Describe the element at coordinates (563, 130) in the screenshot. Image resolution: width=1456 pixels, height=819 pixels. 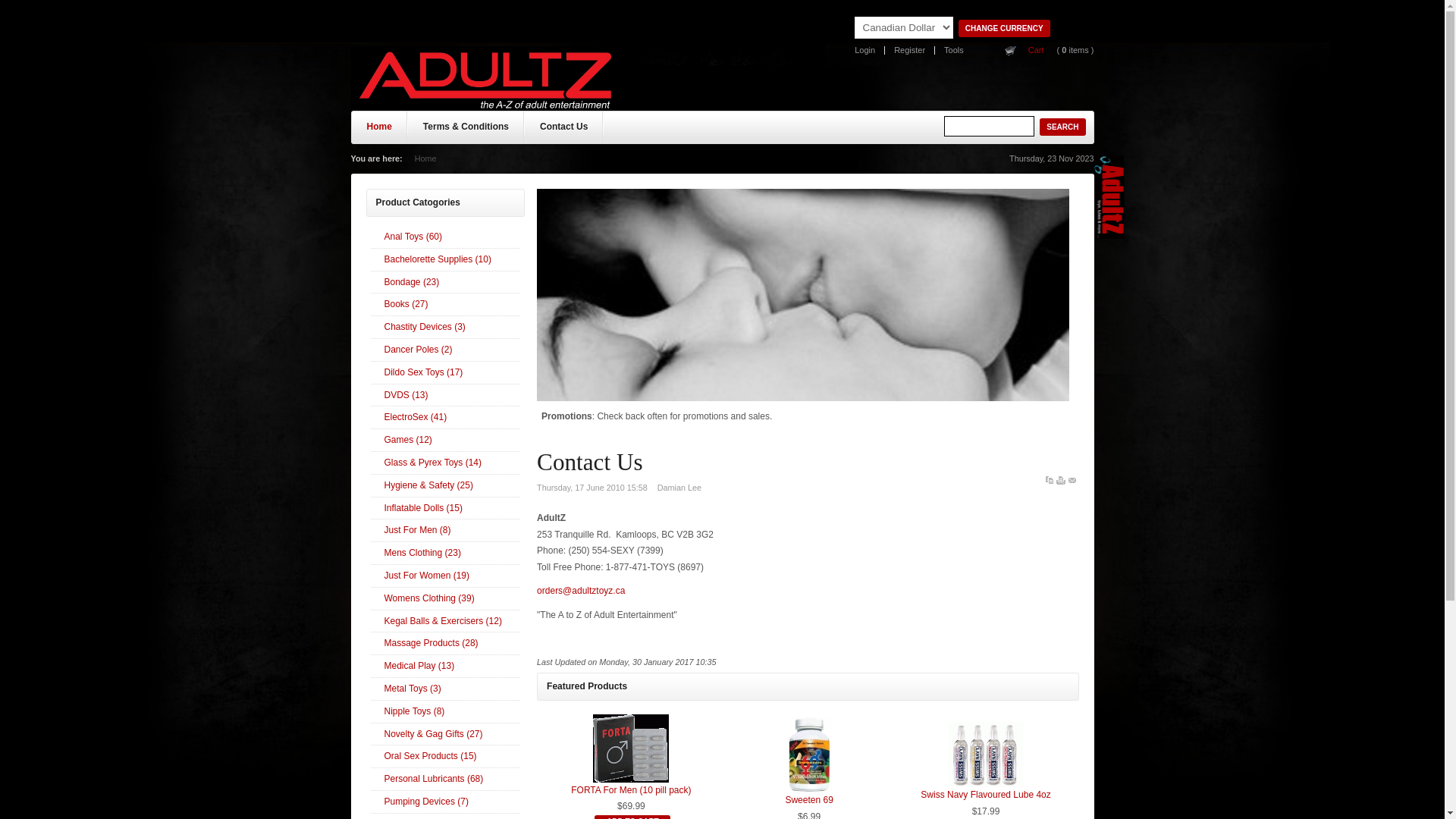
I see `'Contact Us'` at that location.